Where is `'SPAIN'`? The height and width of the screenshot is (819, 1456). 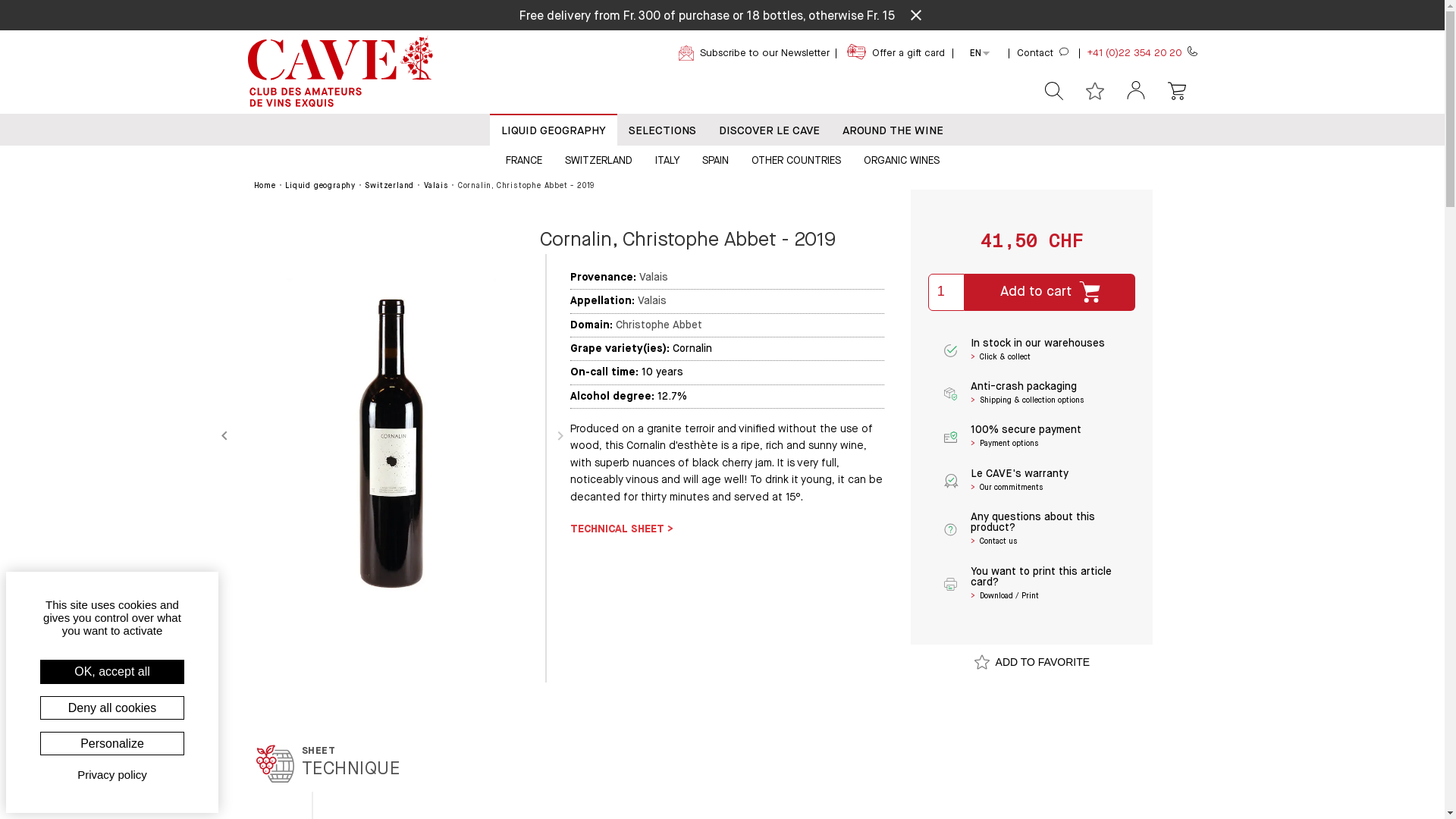
'SPAIN' is located at coordinates (714, 159).